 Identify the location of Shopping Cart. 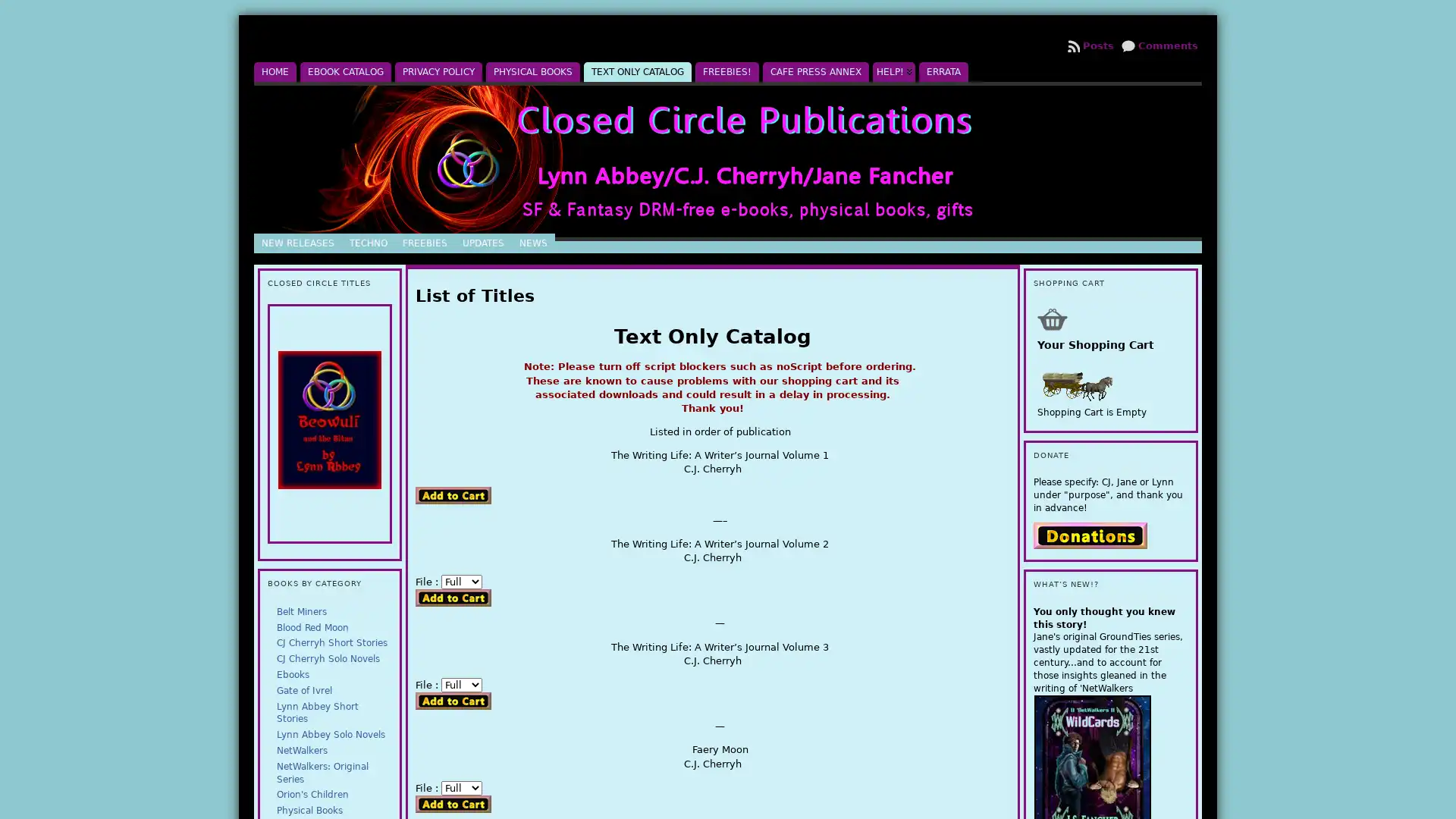
(1051, 318).